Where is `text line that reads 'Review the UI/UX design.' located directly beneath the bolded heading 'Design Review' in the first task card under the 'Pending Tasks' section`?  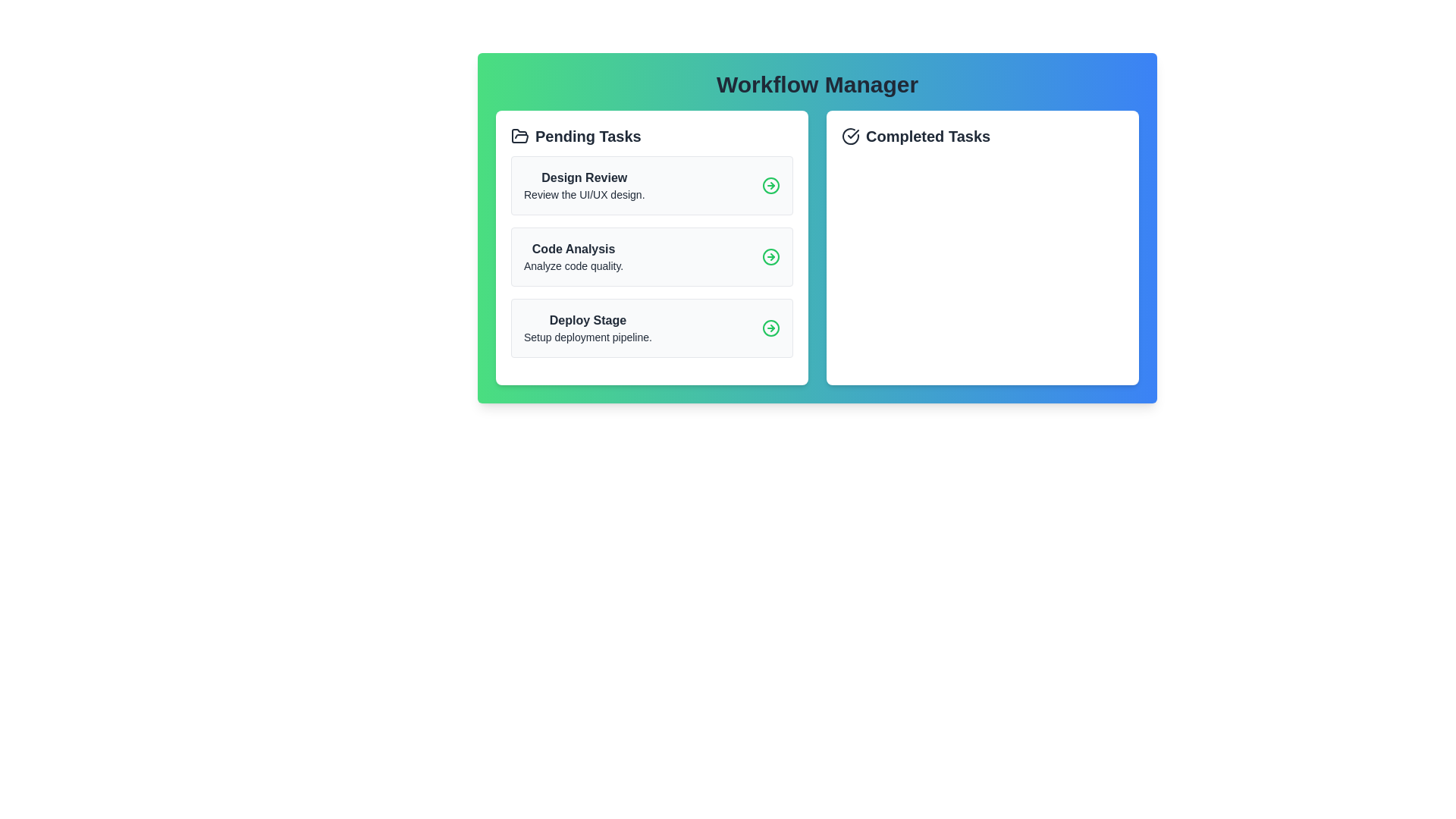 text line that reads 'Review the UI/UX design.' located directly beneath the bolded heading 'Design Review' in the first task card under the 'Pending Tasks' section is located at coordinates (583, 194).